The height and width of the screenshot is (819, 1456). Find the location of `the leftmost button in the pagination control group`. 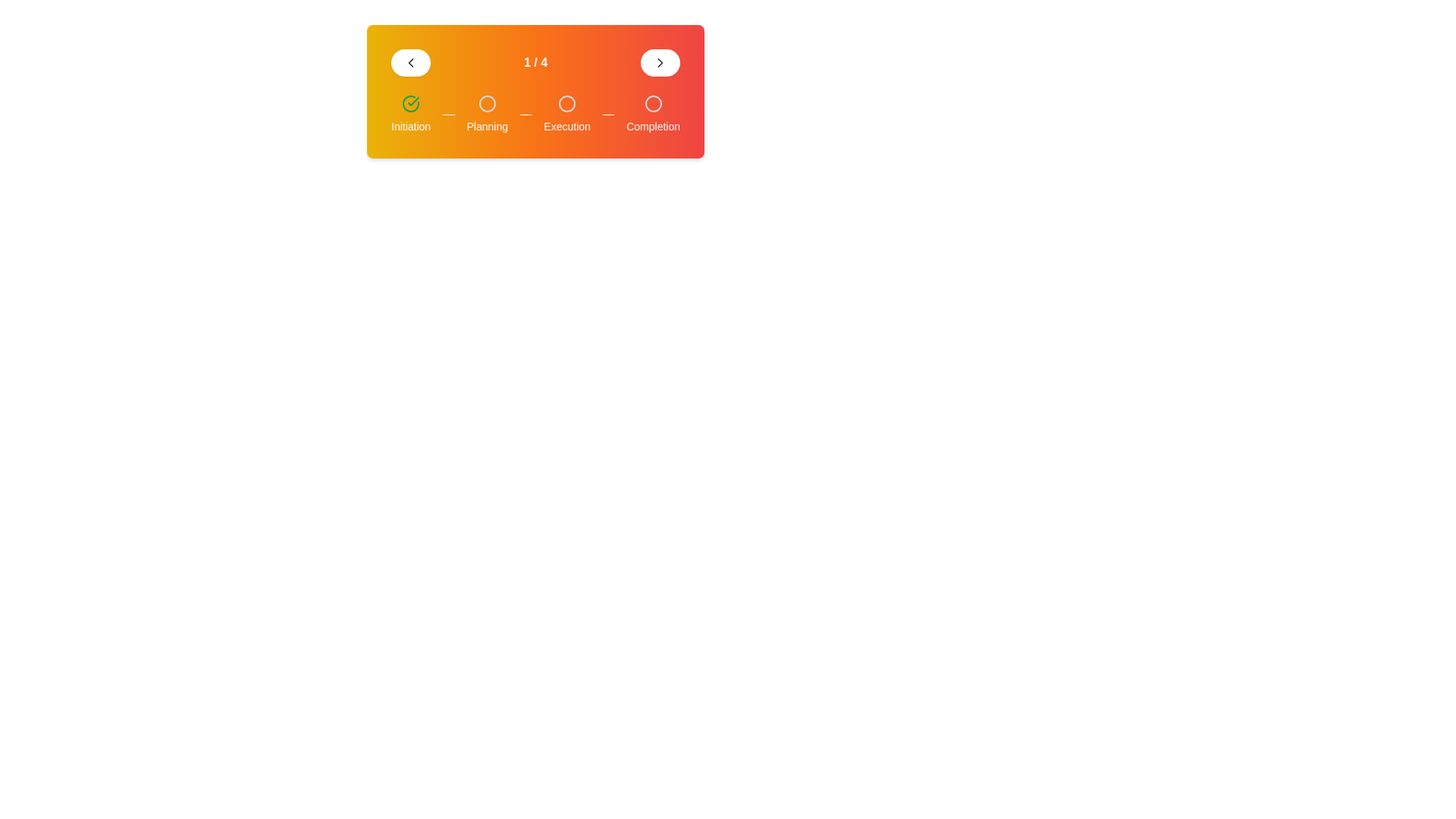

the leftmost button in the pagination control group is located at coordinates (411, 62).